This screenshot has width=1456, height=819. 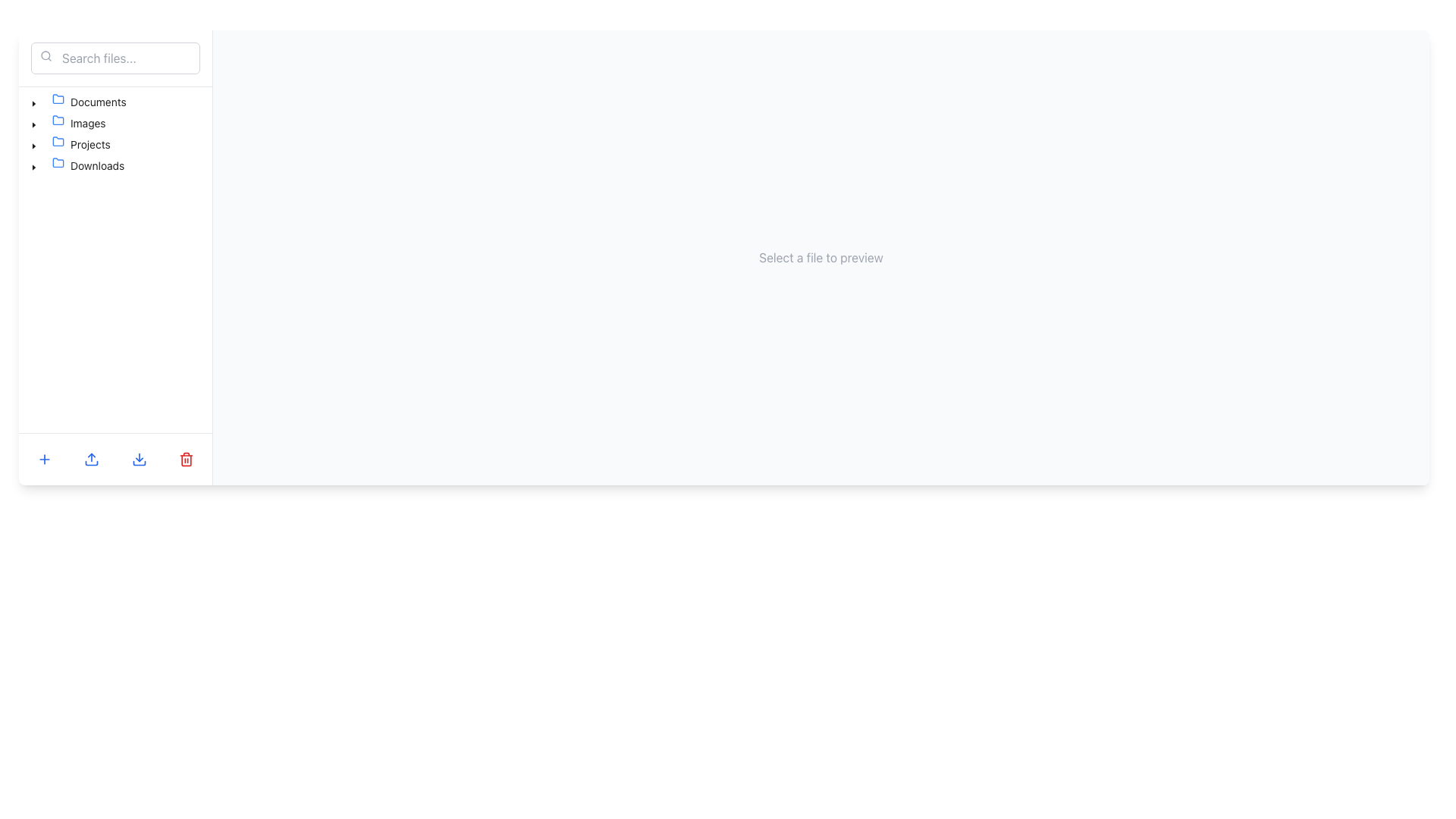 I want to click on the black caret-down icon located next to the 'Projects' folder, so click(x=33, y=146).